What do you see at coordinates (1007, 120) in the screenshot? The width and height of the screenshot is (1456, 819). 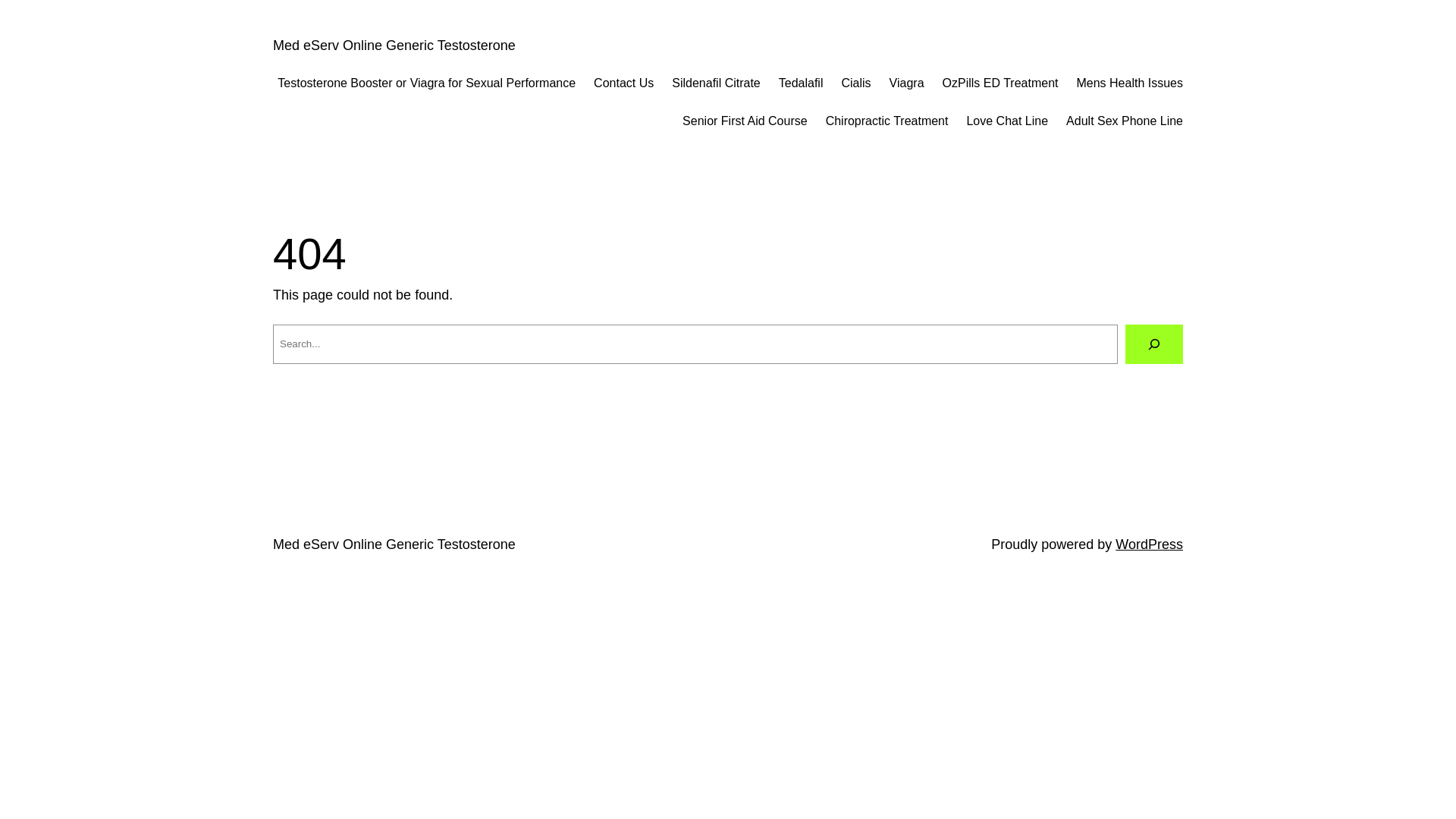 I see `'Love Chat Line'` at bounding box center [1007, 120].